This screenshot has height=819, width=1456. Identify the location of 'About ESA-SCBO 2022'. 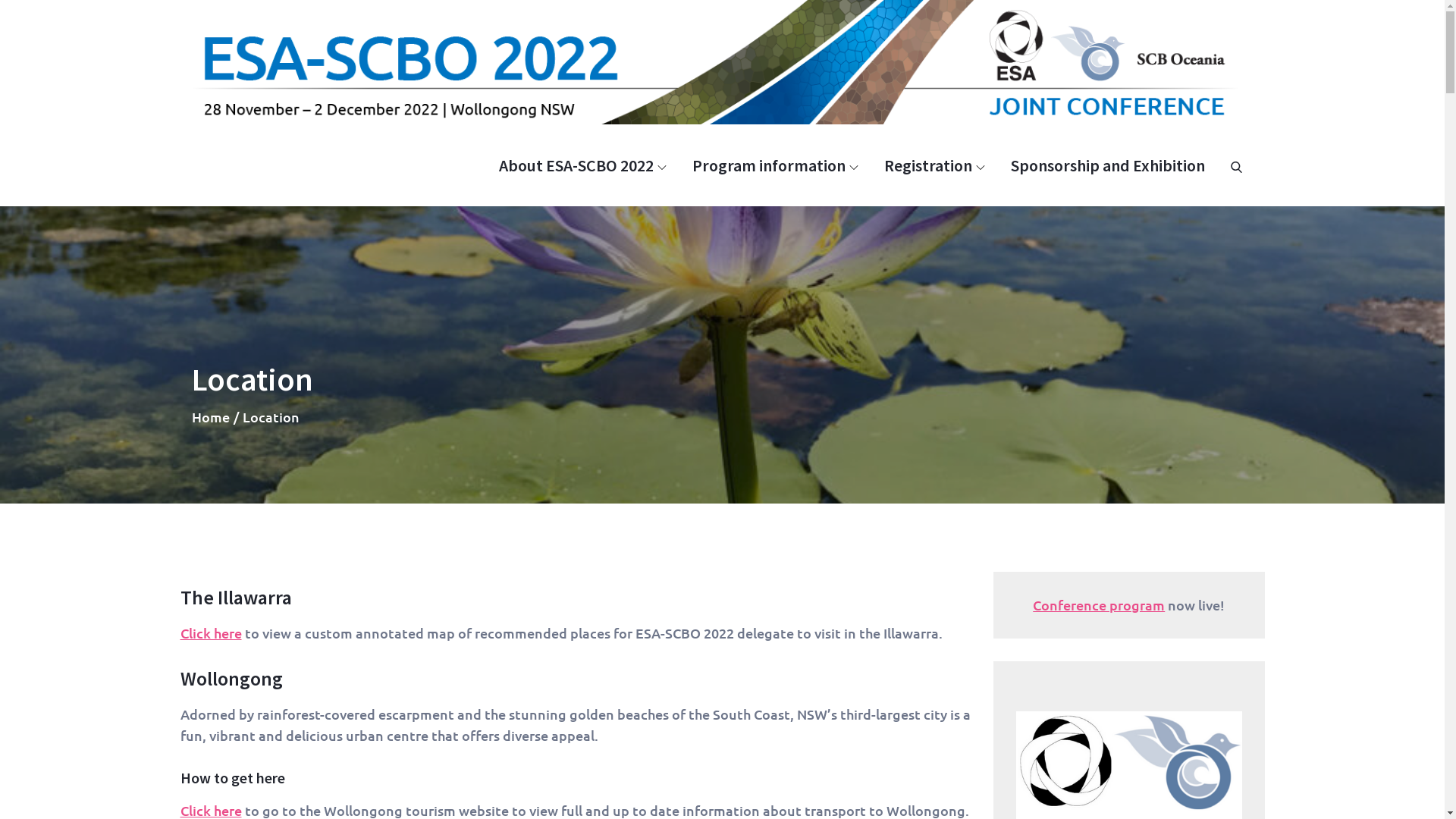
(582, 165).